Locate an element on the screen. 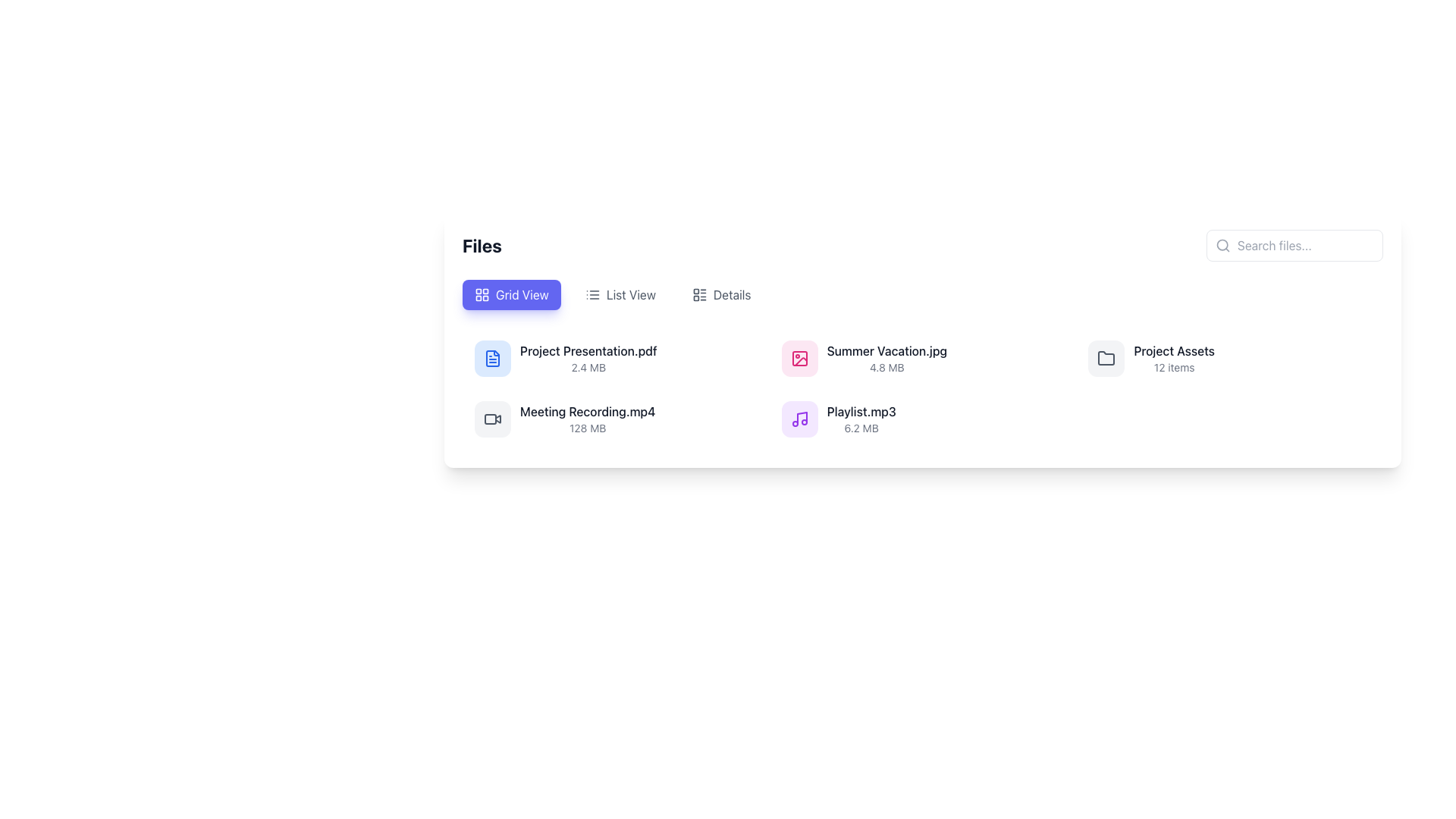 The height and width of the screenshot is (819, 1456). the 'Meeting Recording.mp4' file item in the grid view is located at coordinates (616, 419).